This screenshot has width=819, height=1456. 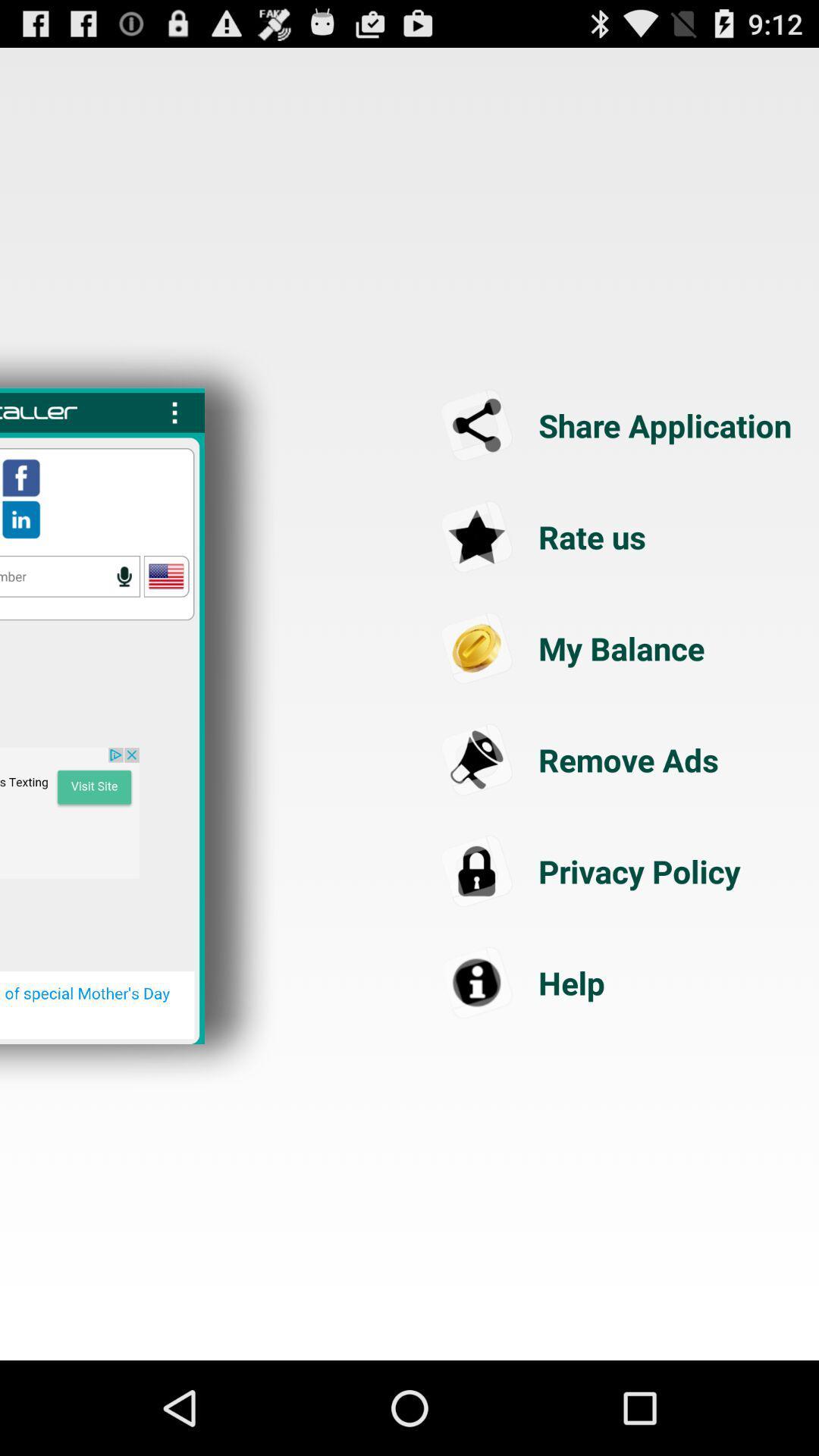 I want to click on the microphone icon, so click(x=124, y=617).